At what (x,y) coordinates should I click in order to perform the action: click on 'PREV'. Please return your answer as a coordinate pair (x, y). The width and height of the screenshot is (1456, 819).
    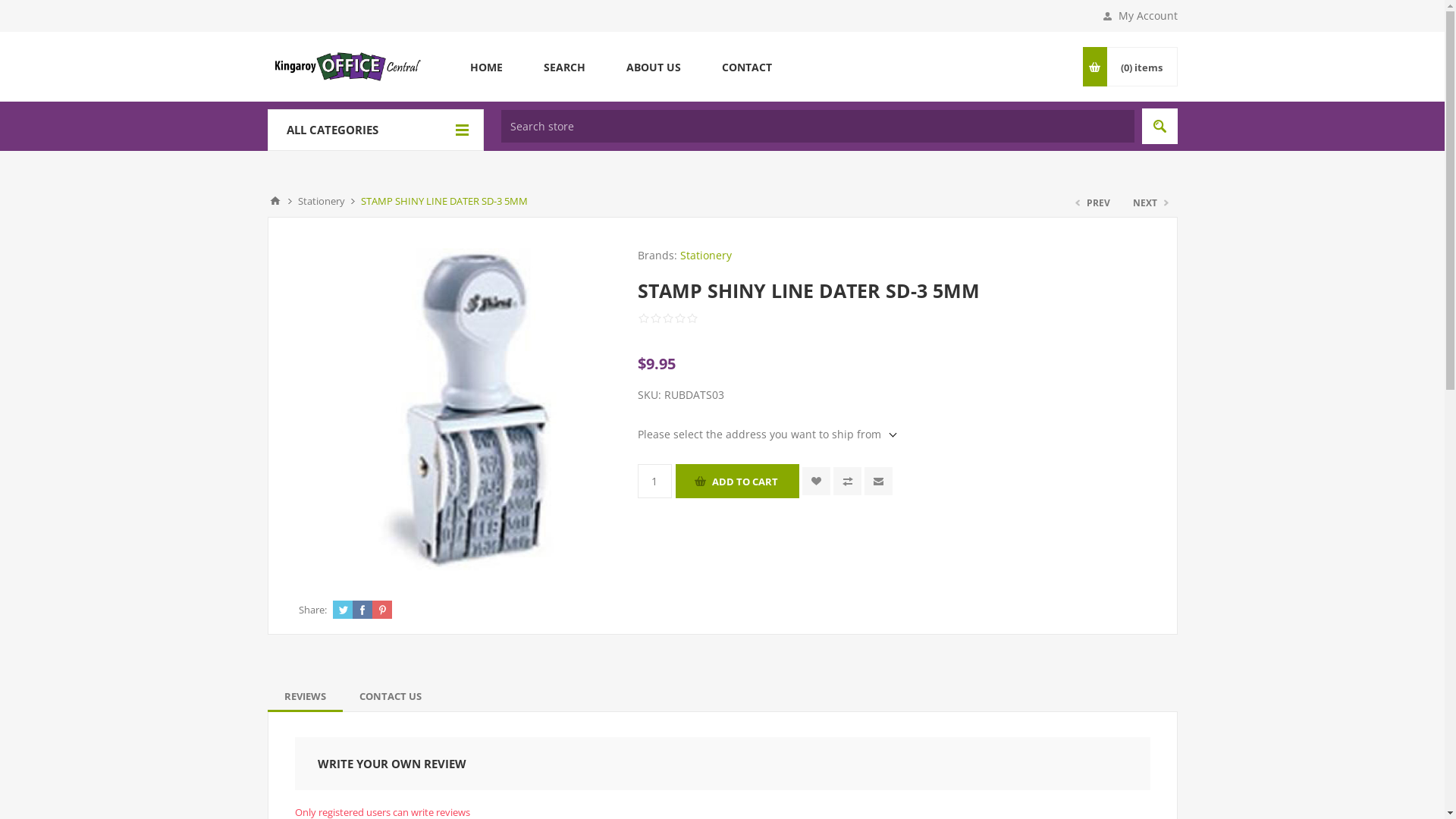
    Looking at the image, I should click on (1094, 202).